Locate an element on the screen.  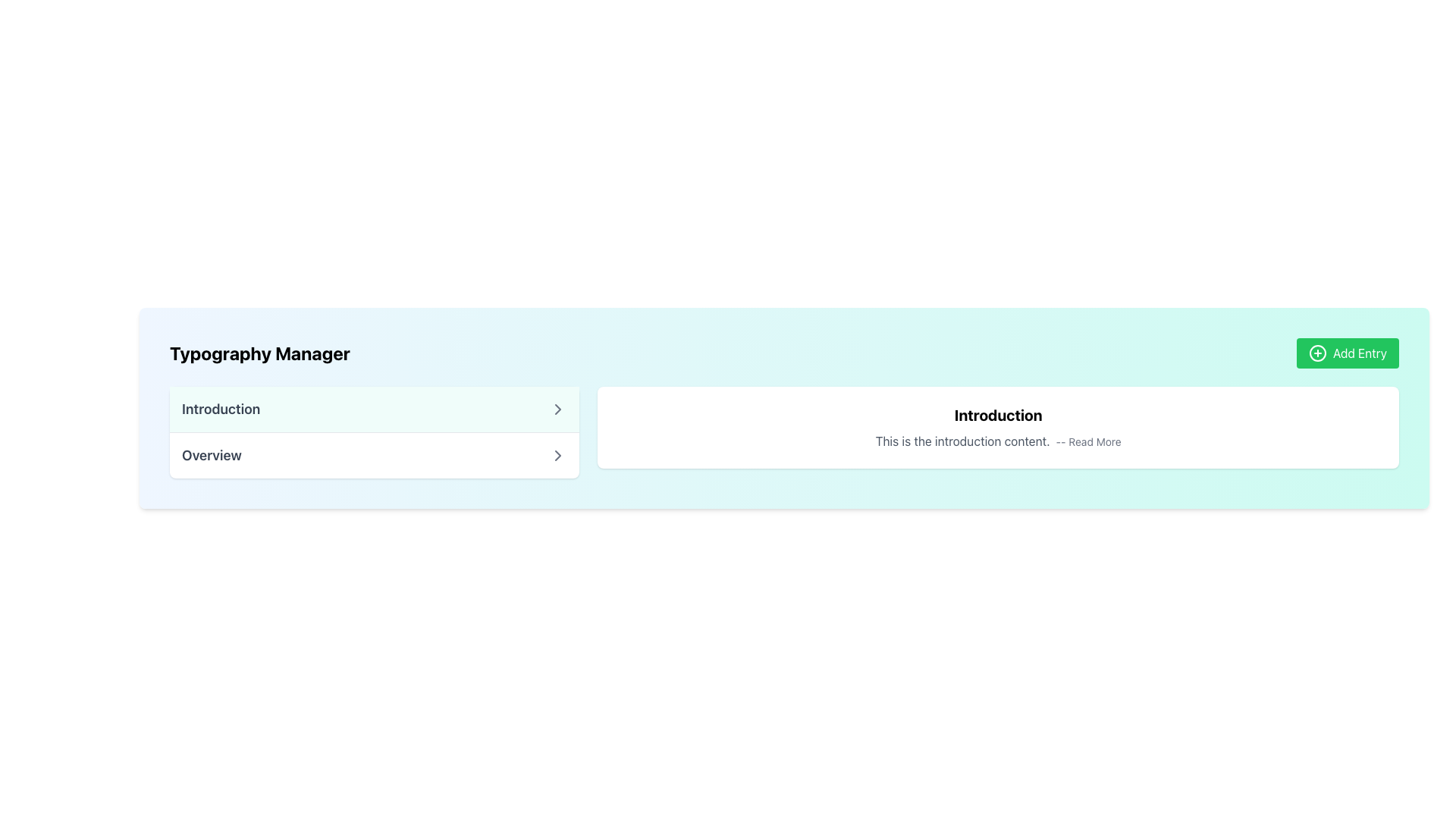
the interactive icon at the far right end of the 'Overview' list item in the left column of the interface is located at coordinates (557, 409).